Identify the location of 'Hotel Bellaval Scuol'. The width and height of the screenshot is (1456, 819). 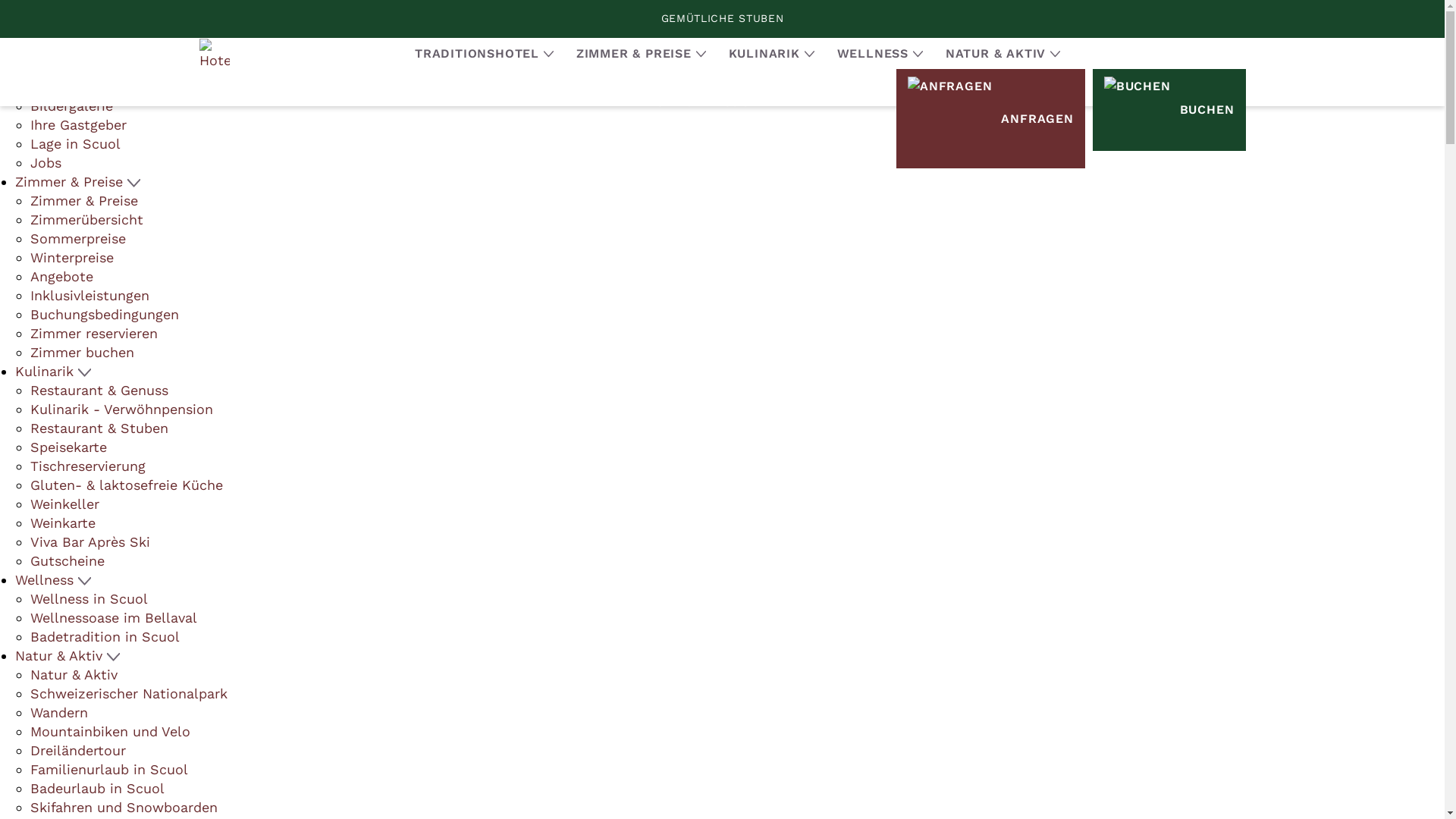
(213, 52).